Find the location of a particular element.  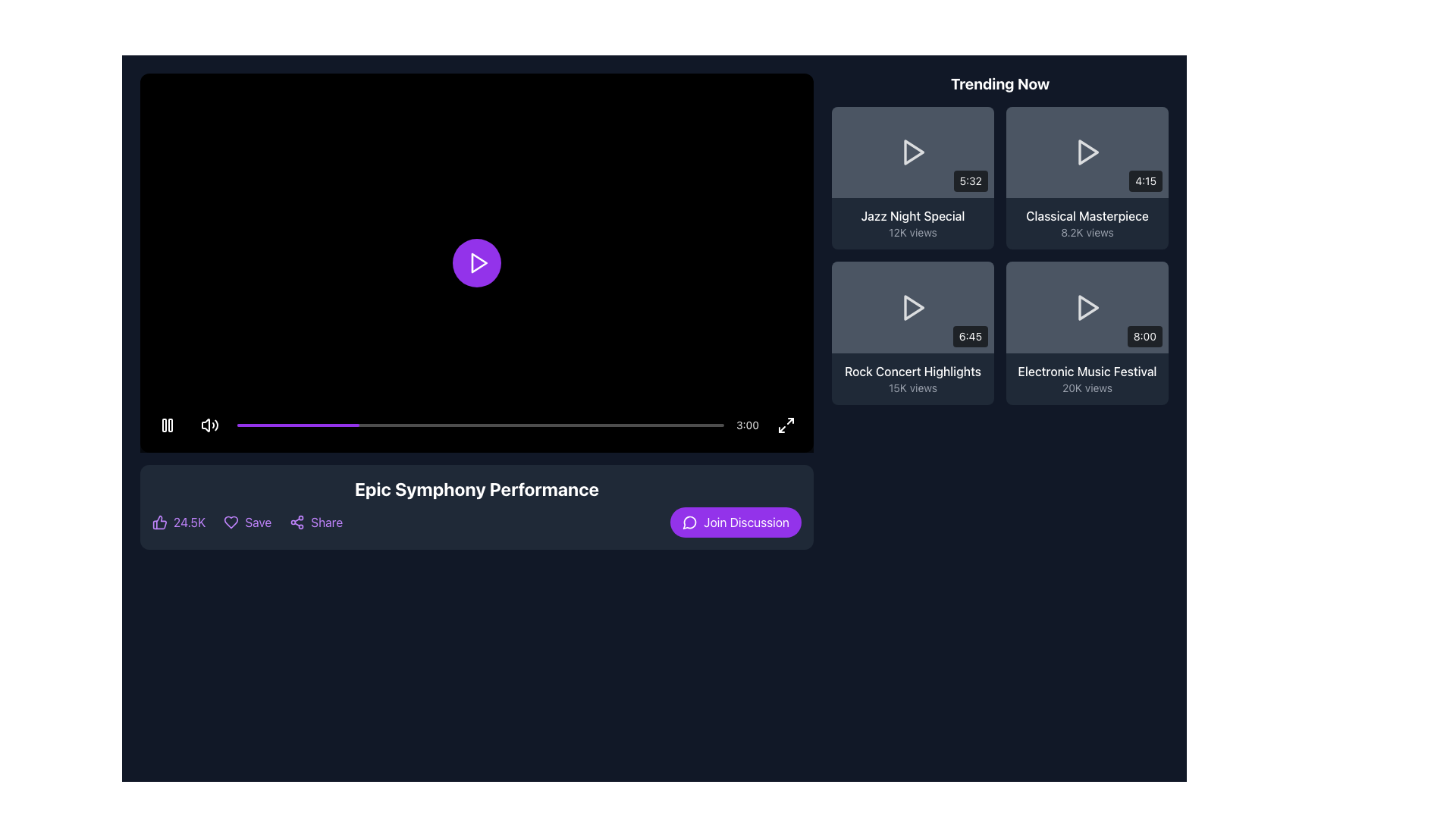

the text label titled 'Jazz Night Special' in the 'Trending Now' section to interact with the associated video is located at coordinates (912, 216).